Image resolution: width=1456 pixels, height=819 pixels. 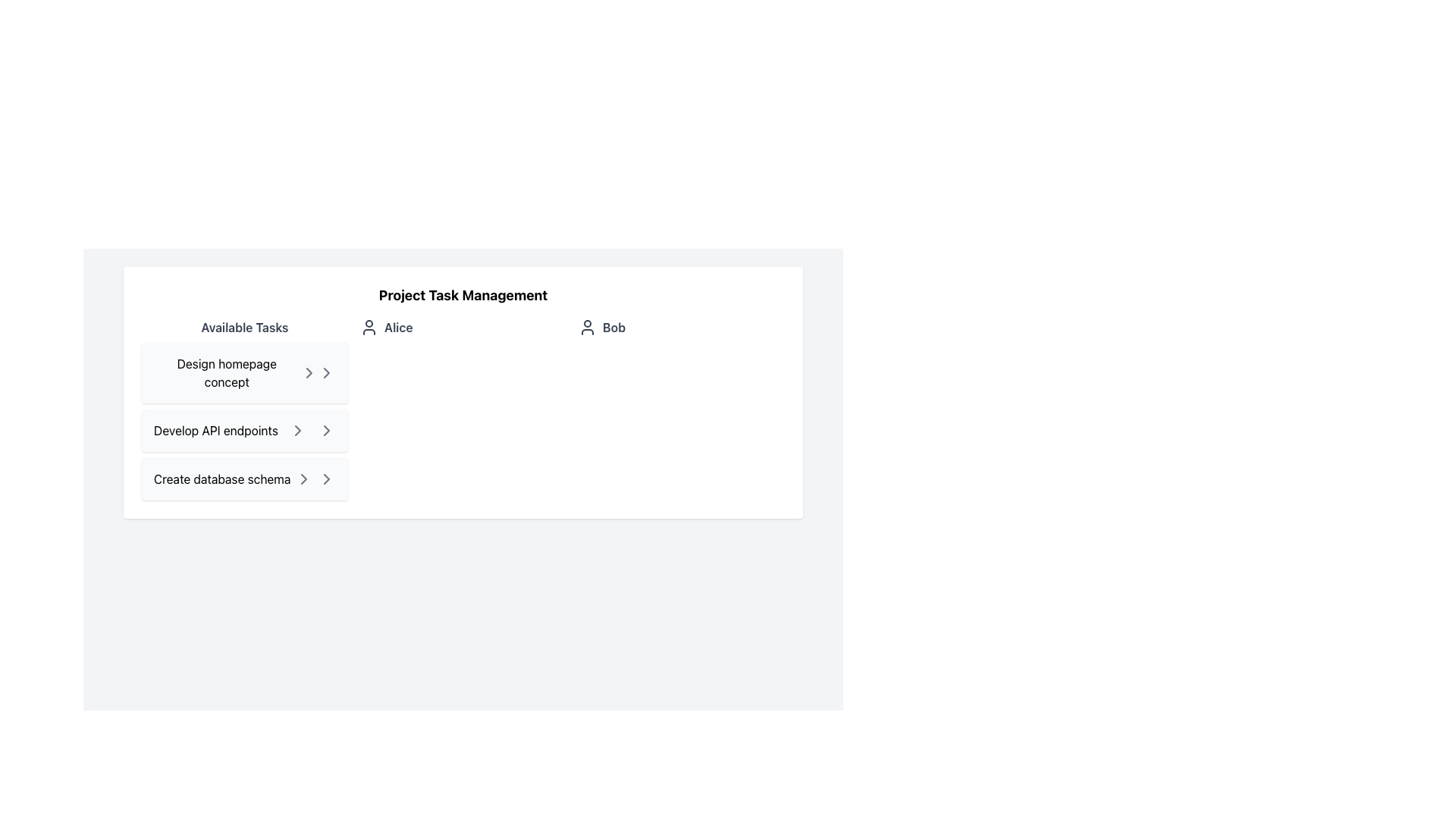 What do you see at coordinates (308, 373) in the screenshot?
I see `the right-facing chevron icon in the 'Available Tasks' section labeled 'Design homepage concept' to indicate progression or navigation` at bounding box center [308, 373].